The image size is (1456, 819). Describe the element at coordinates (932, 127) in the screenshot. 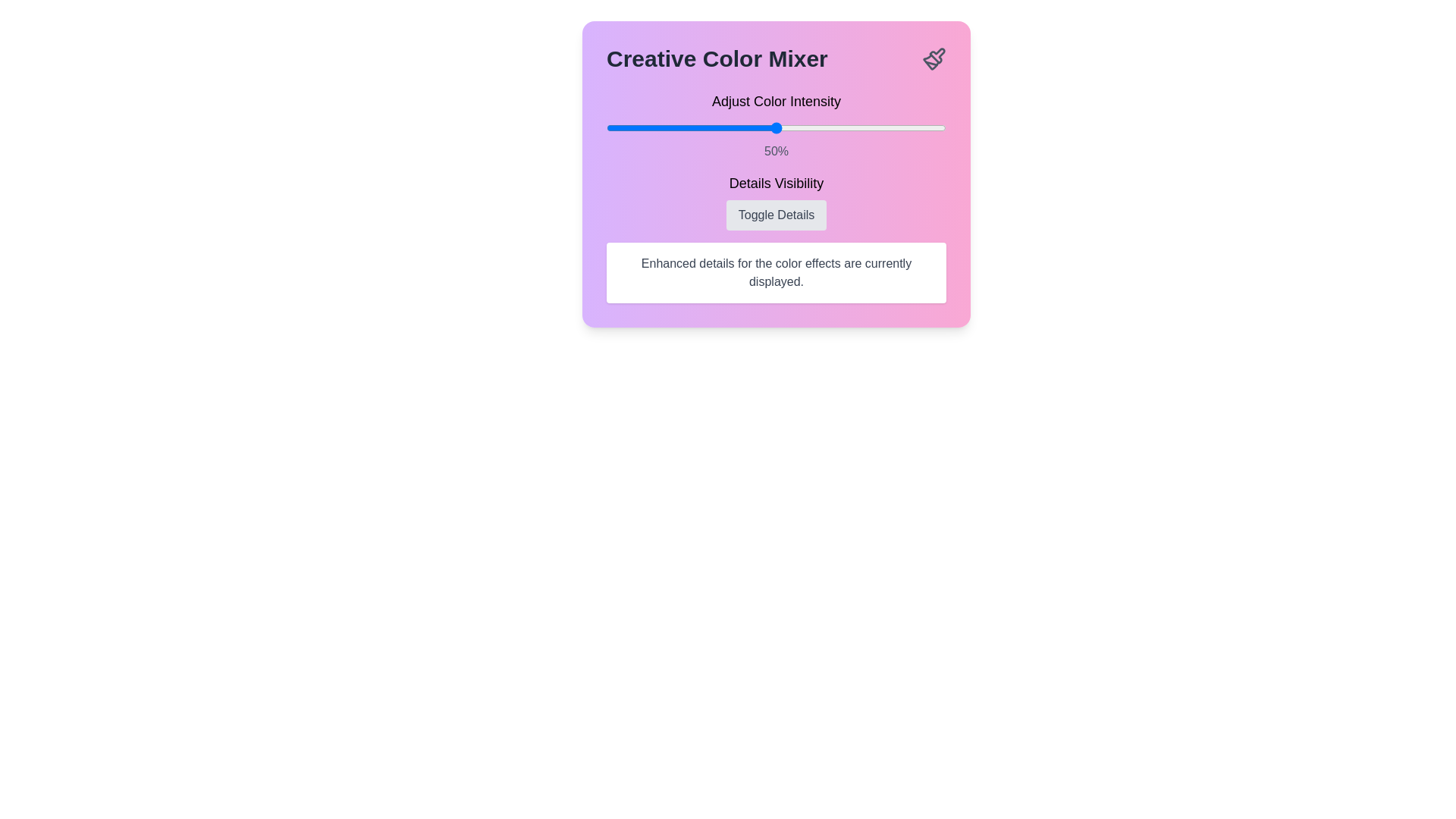

I see `the color intensity` at that location.